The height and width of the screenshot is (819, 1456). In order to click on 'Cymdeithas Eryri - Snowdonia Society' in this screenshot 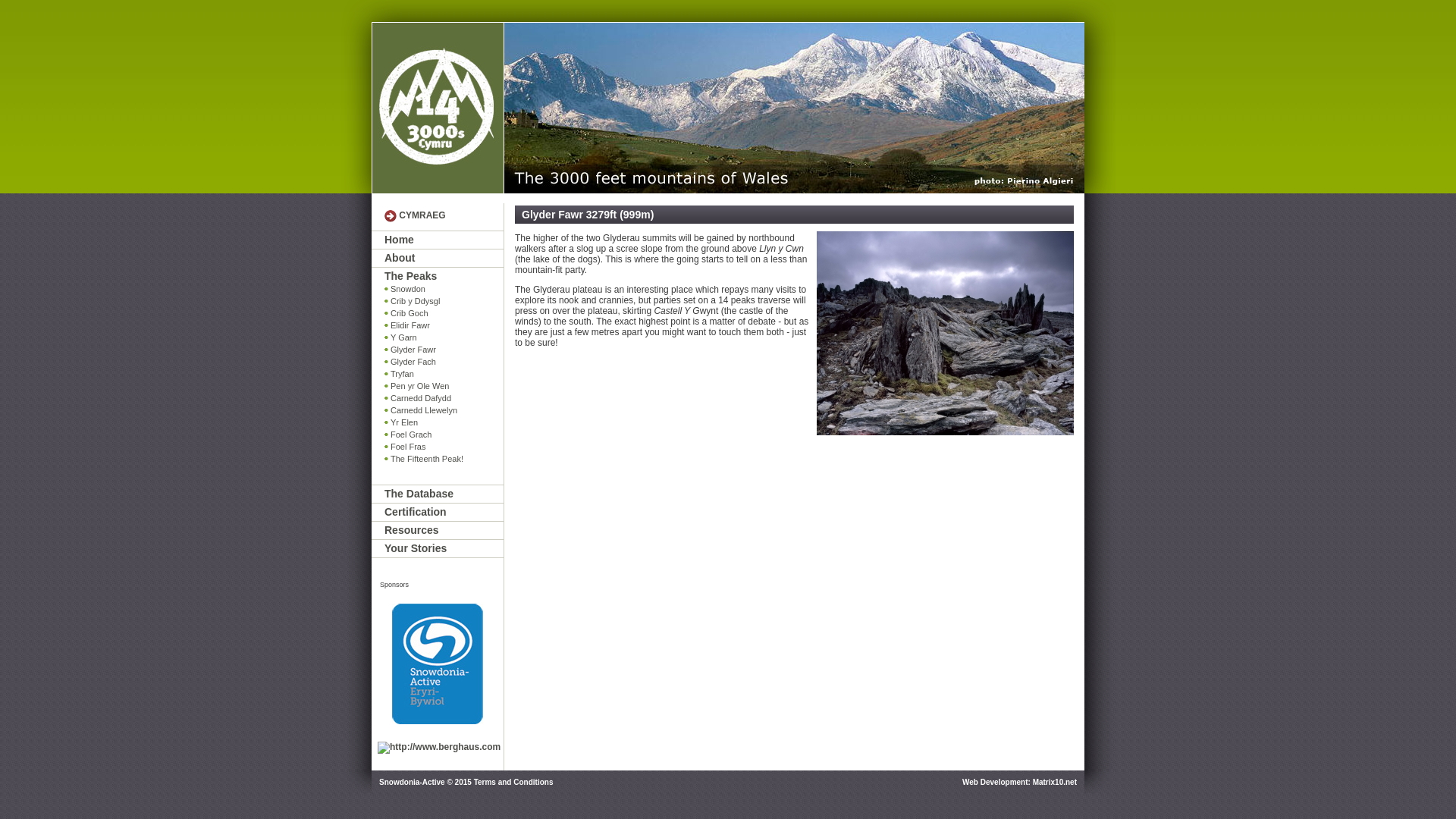, I will do `click(436, 107)`.